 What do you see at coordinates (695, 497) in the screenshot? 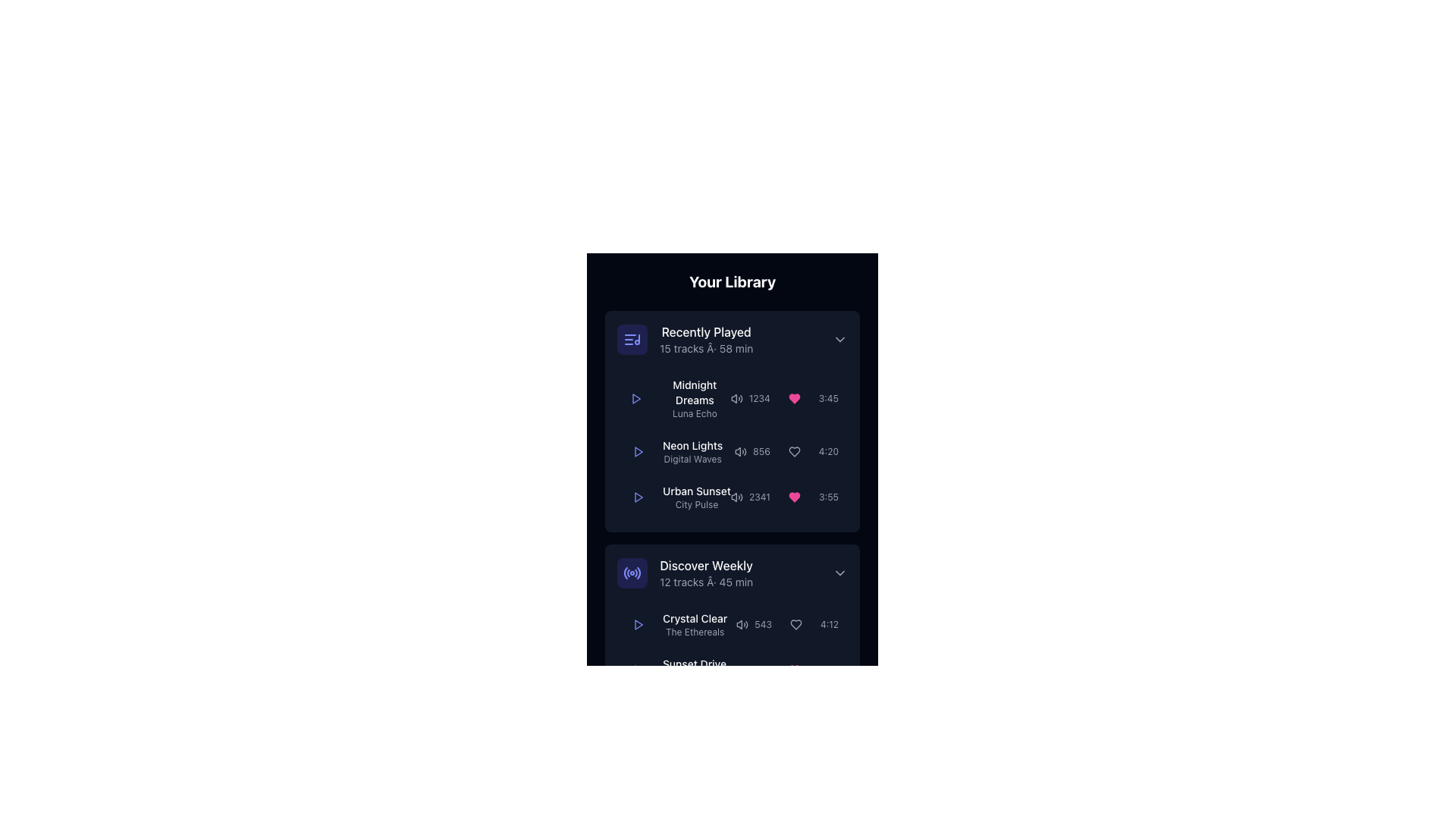
I see `the textual part of the third item in the 'Recently Played' section, which displays the title and subtitle of a song or playlist` at bounding box center [695, 497].